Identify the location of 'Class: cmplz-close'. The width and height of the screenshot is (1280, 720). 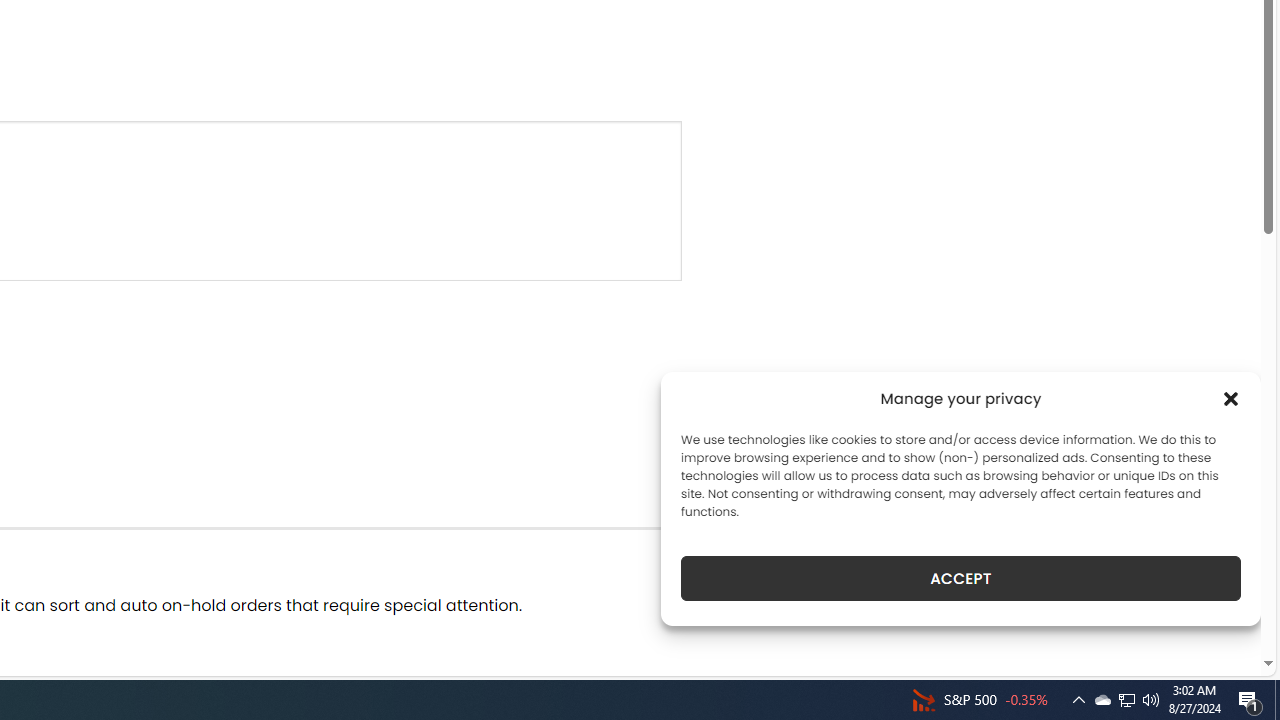
(1230, 398).